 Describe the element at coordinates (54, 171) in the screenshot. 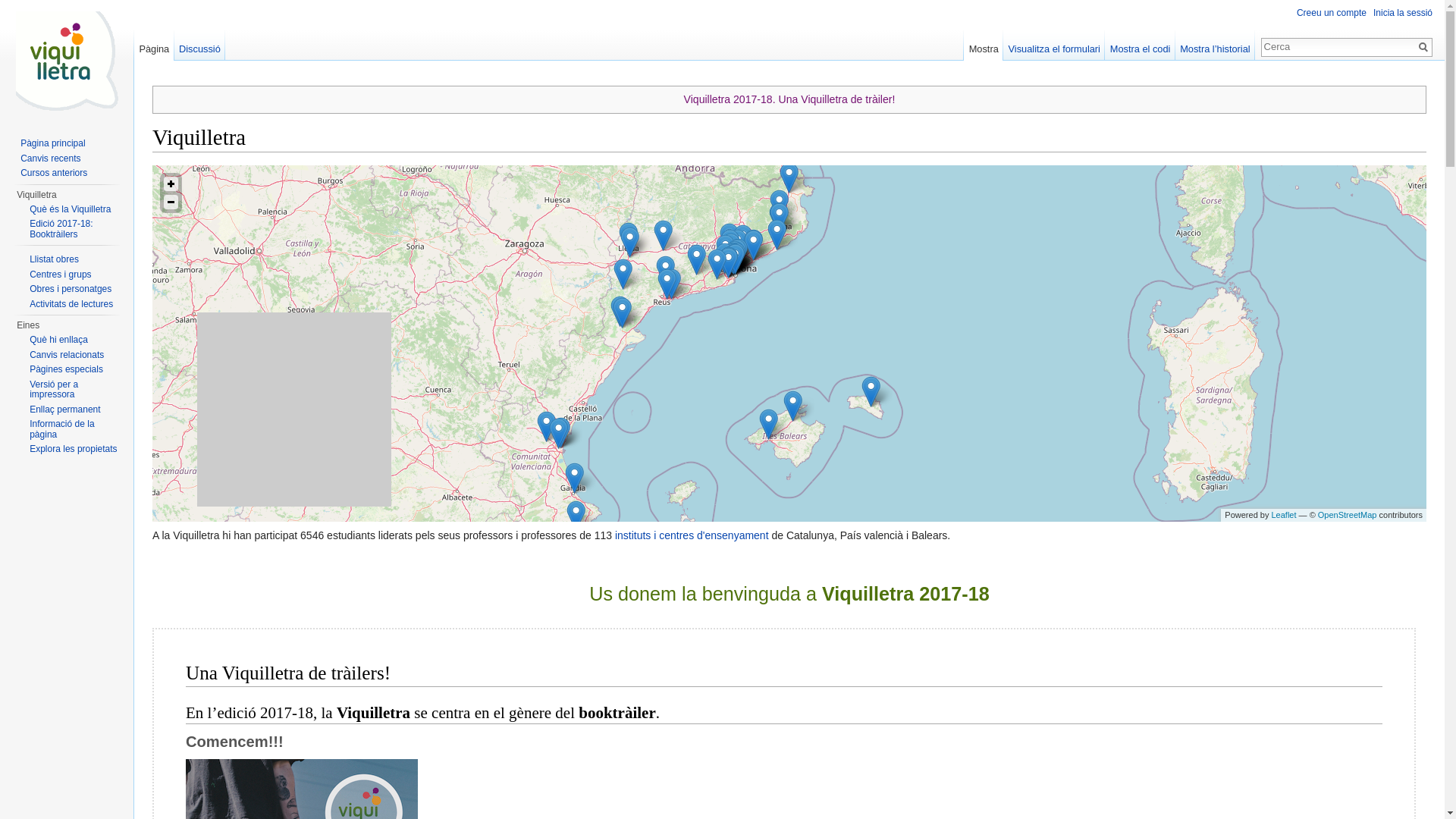

I see `'Cursos anteriors'` at that location.